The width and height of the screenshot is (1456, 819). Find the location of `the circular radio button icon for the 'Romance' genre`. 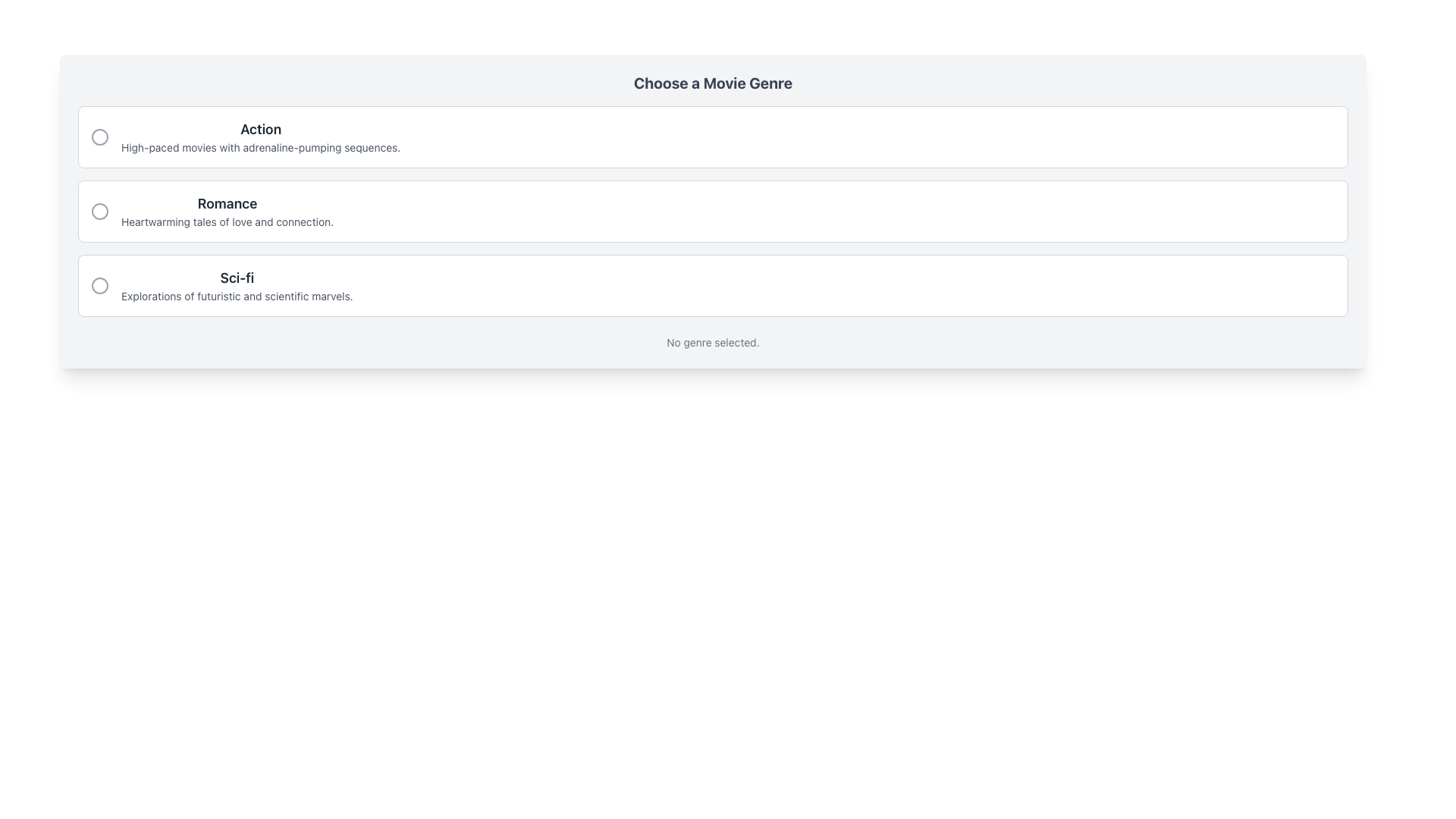

the circular radio button icon for the 'Romance' genre is located at coordinates (99, 211).